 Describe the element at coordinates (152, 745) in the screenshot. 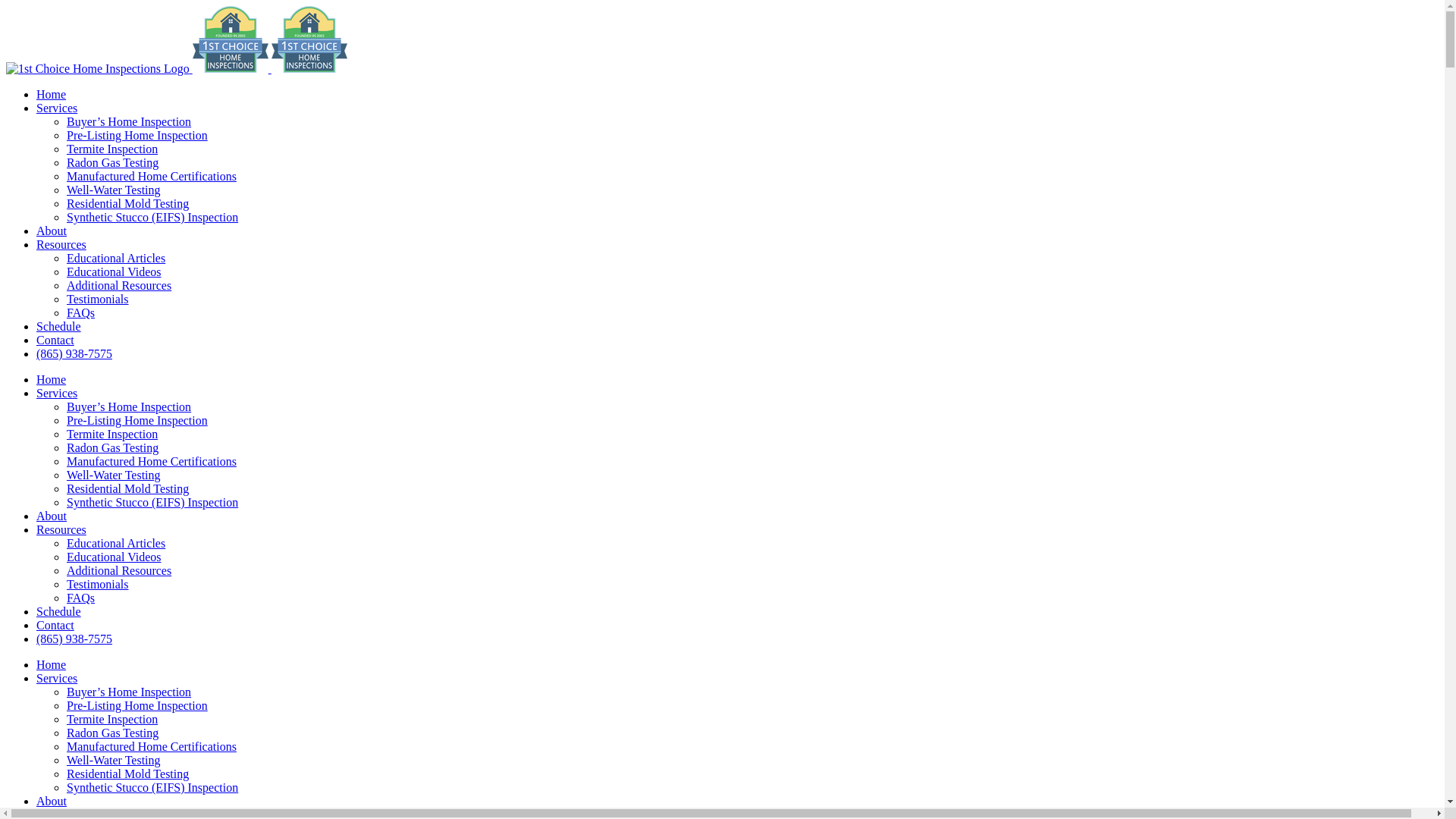

I see `'Manufactured Home Certifications'` at that location.